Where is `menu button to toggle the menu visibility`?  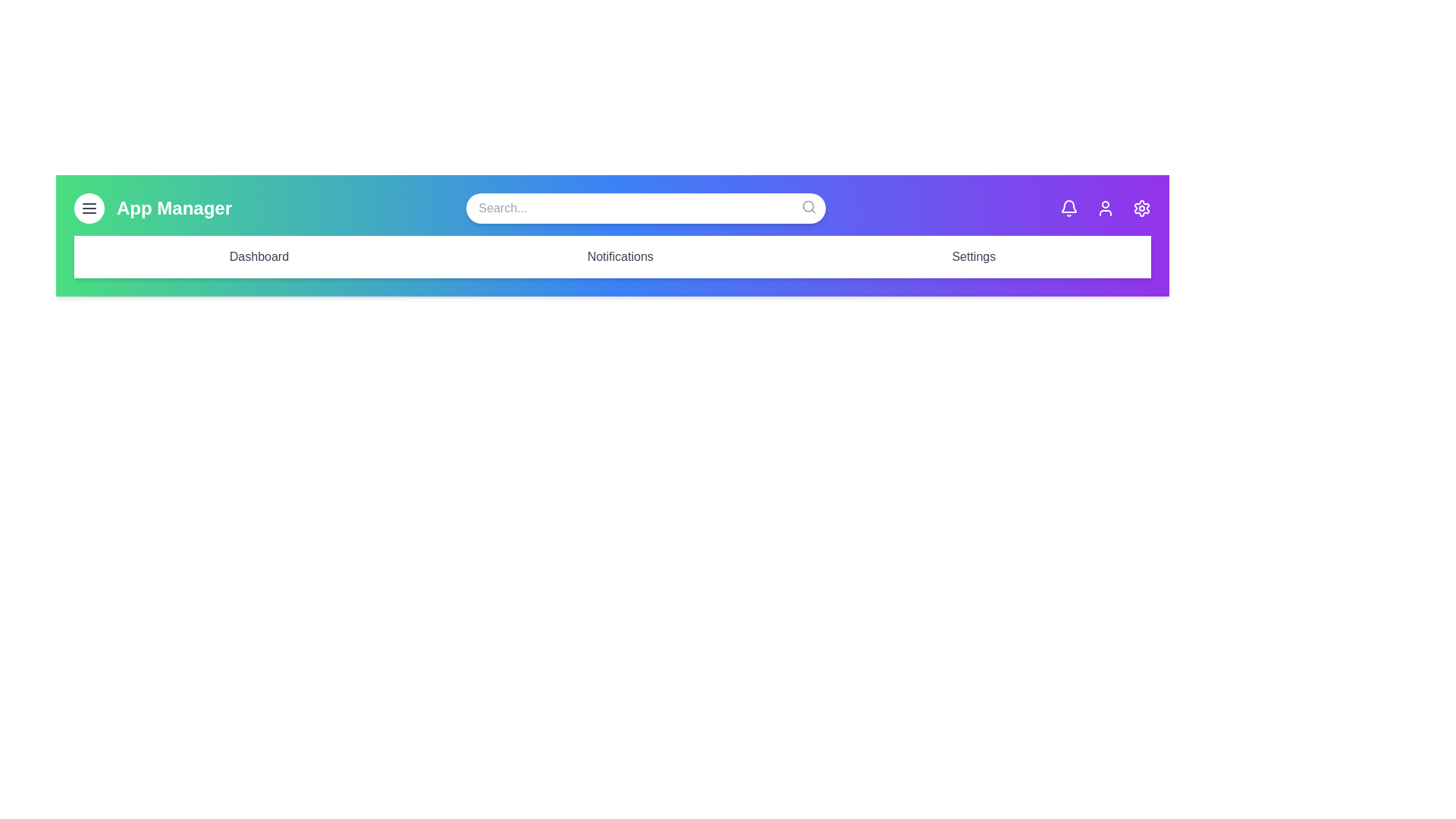
menu button to toggle the menu visibility is located at coordinates (89, 208).